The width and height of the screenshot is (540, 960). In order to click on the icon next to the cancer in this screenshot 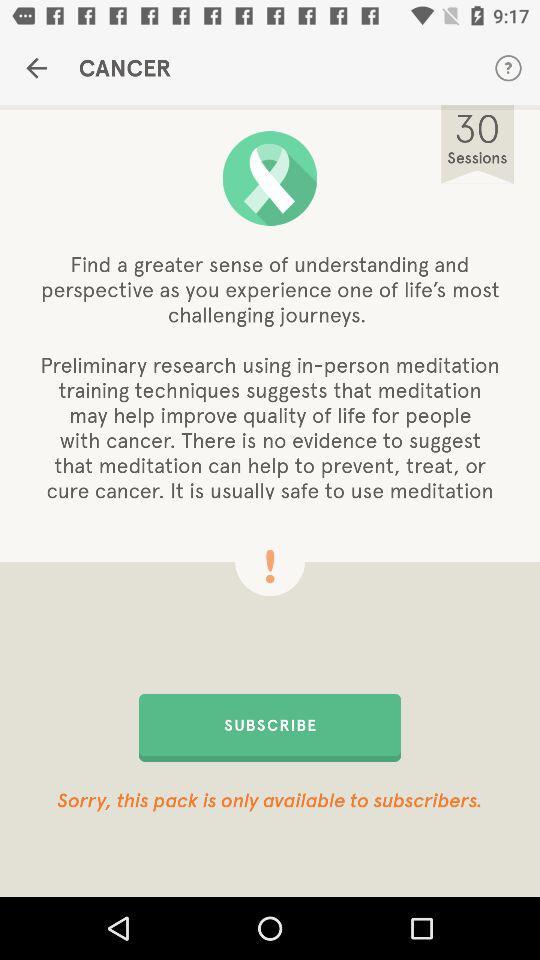, I will do `click(508, 68)`.